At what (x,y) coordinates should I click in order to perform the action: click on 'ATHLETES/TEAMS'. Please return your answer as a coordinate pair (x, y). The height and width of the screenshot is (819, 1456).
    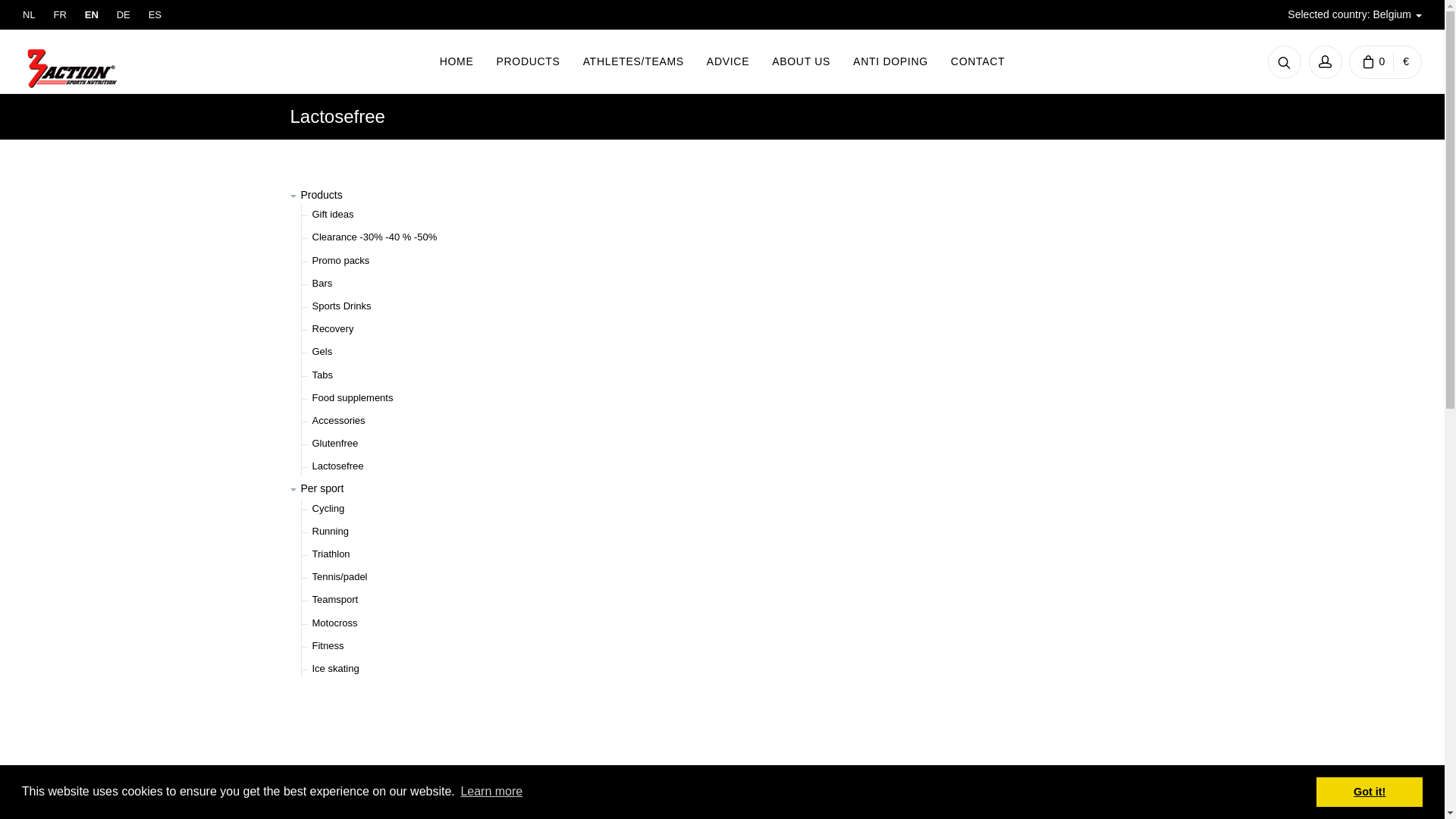
    Looking at the image, I should click on (633, 61).